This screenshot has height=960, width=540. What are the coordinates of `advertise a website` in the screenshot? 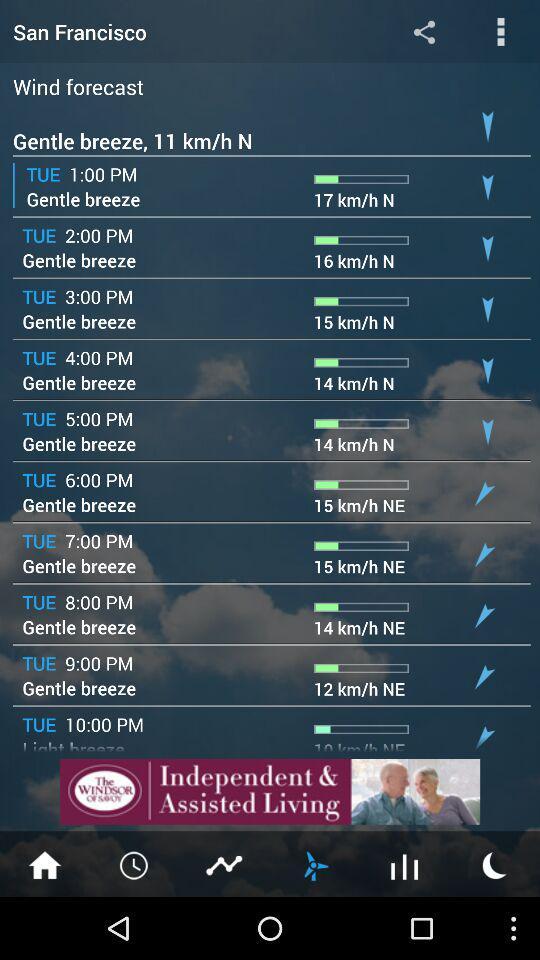 It's located at (270, 791).